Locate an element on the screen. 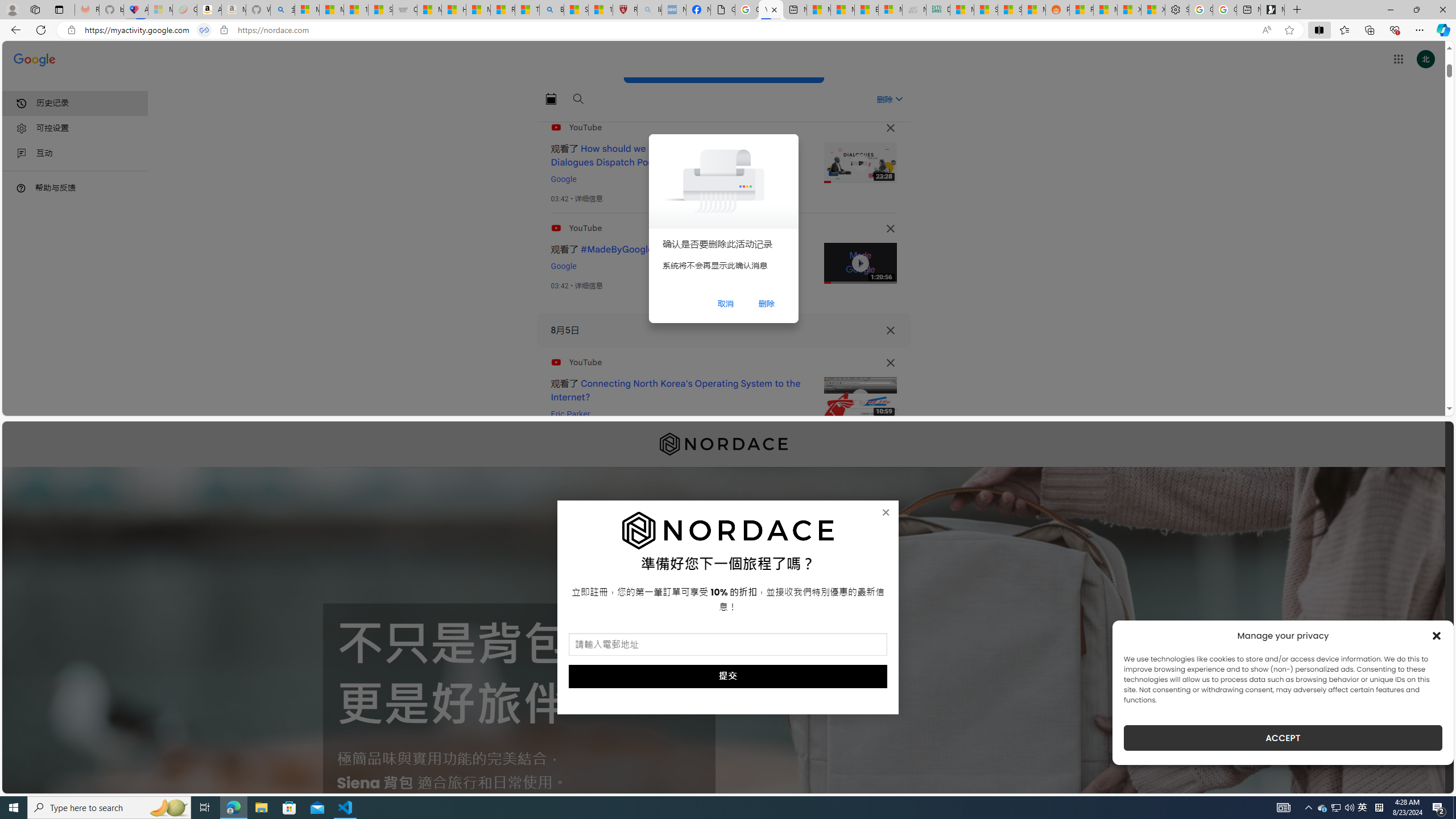  'Eric Parker' is located at coordinates (570, 413).